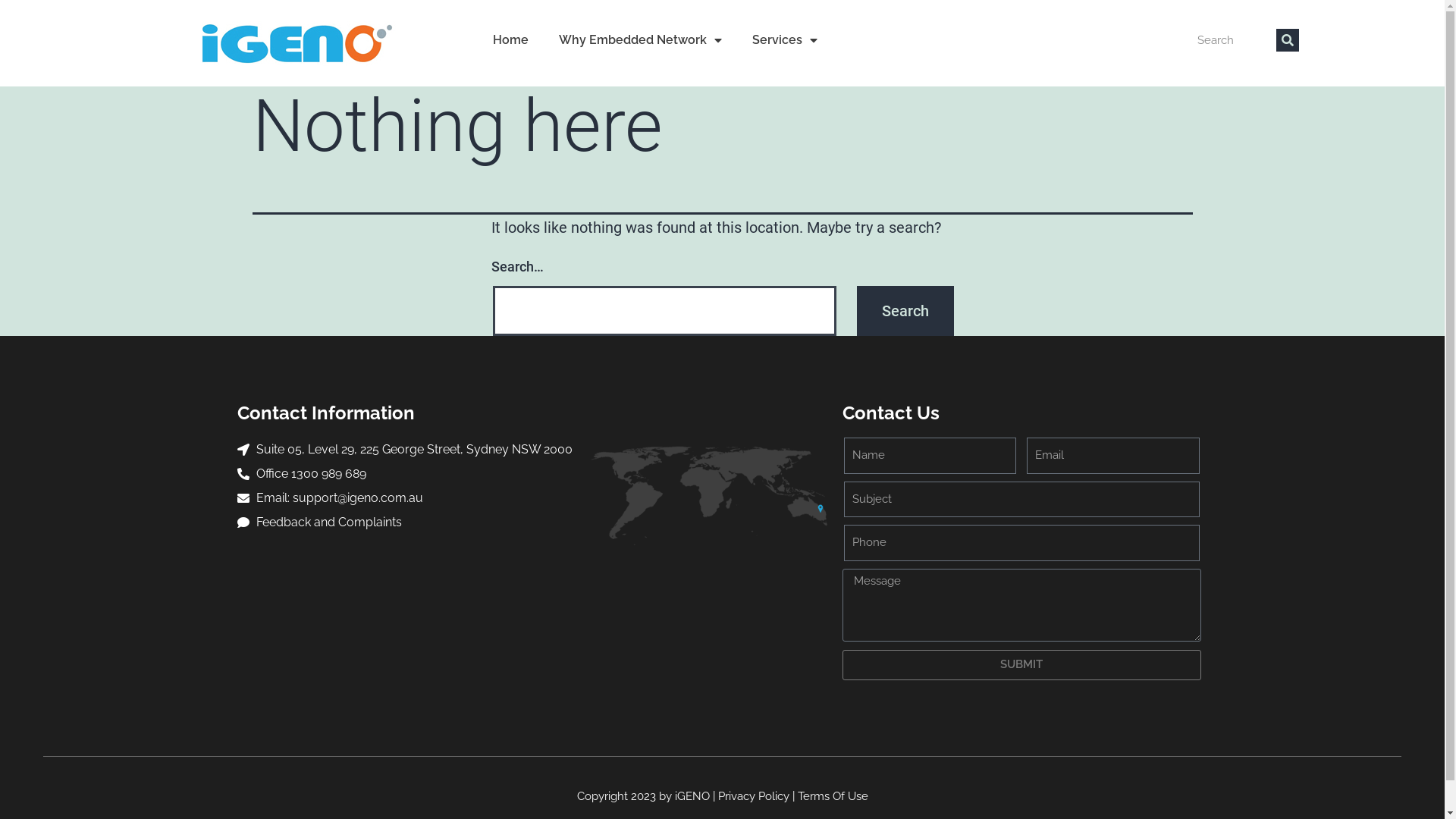 The width and height of the screenshot is (1456, 819). Describe the element at coordinates (476, 39) in the screenshot. I see `'Home'` at that location.